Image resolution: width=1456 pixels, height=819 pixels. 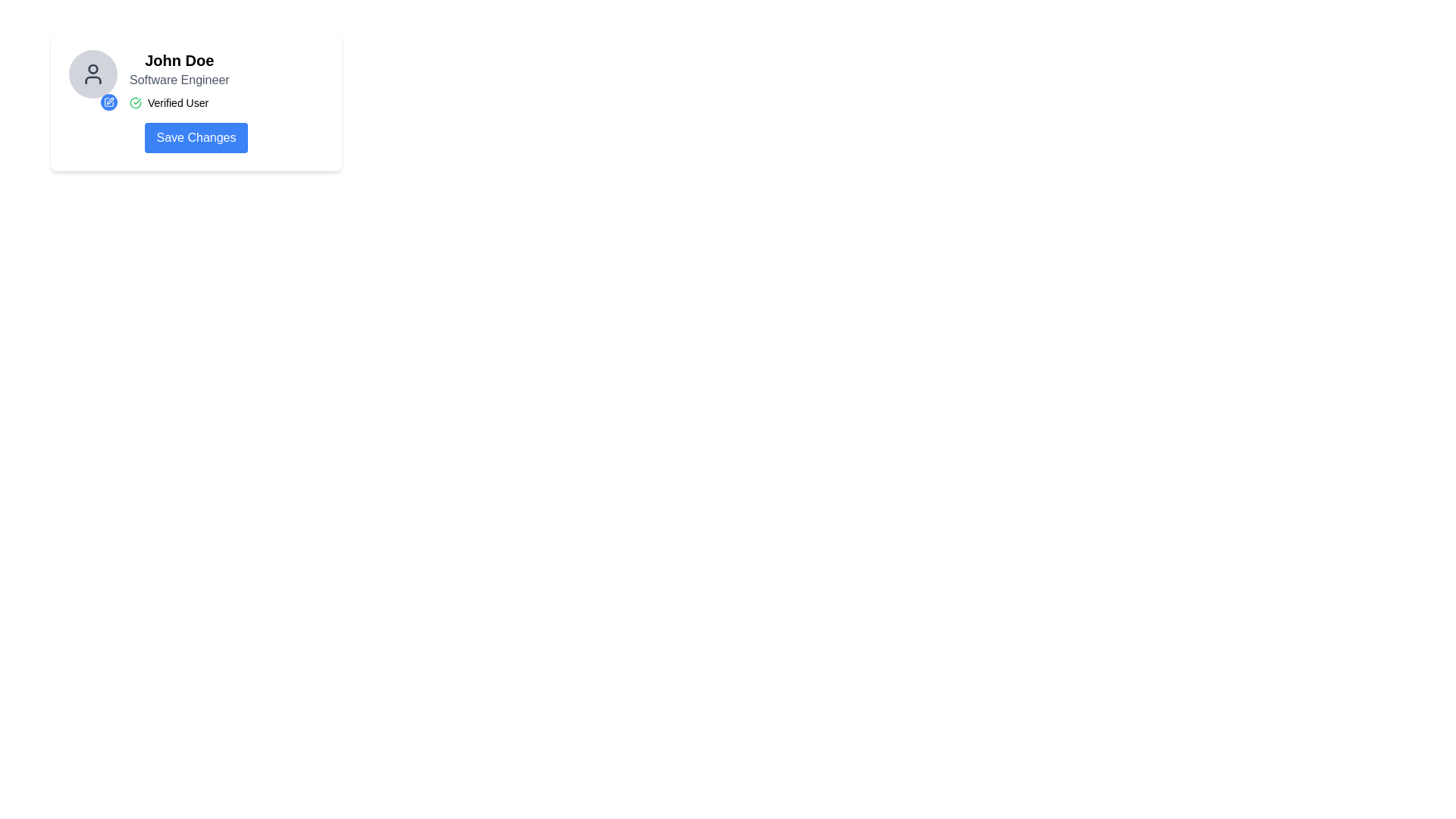 I want to click on the decorative vector graphic within the icon located immediately to the left of the 'Verified User' badge under the name 'John Doe', so click(x=108, y=102).